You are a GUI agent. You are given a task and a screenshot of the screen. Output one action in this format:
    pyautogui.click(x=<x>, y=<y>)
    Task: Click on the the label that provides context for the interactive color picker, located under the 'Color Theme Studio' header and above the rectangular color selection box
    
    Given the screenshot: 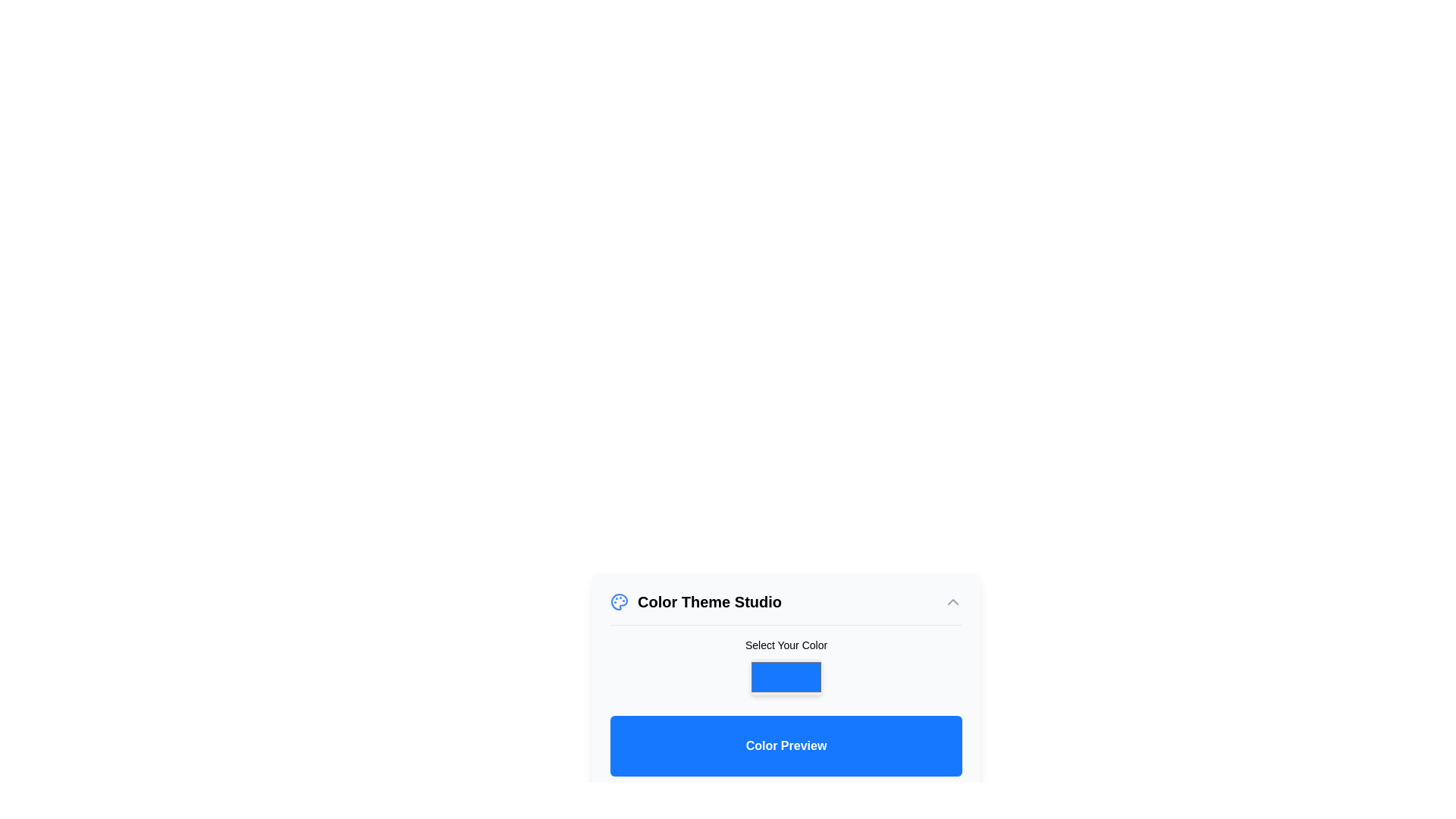 What is the action you would take?
    pyautogui.click(x=786, y=645)
    